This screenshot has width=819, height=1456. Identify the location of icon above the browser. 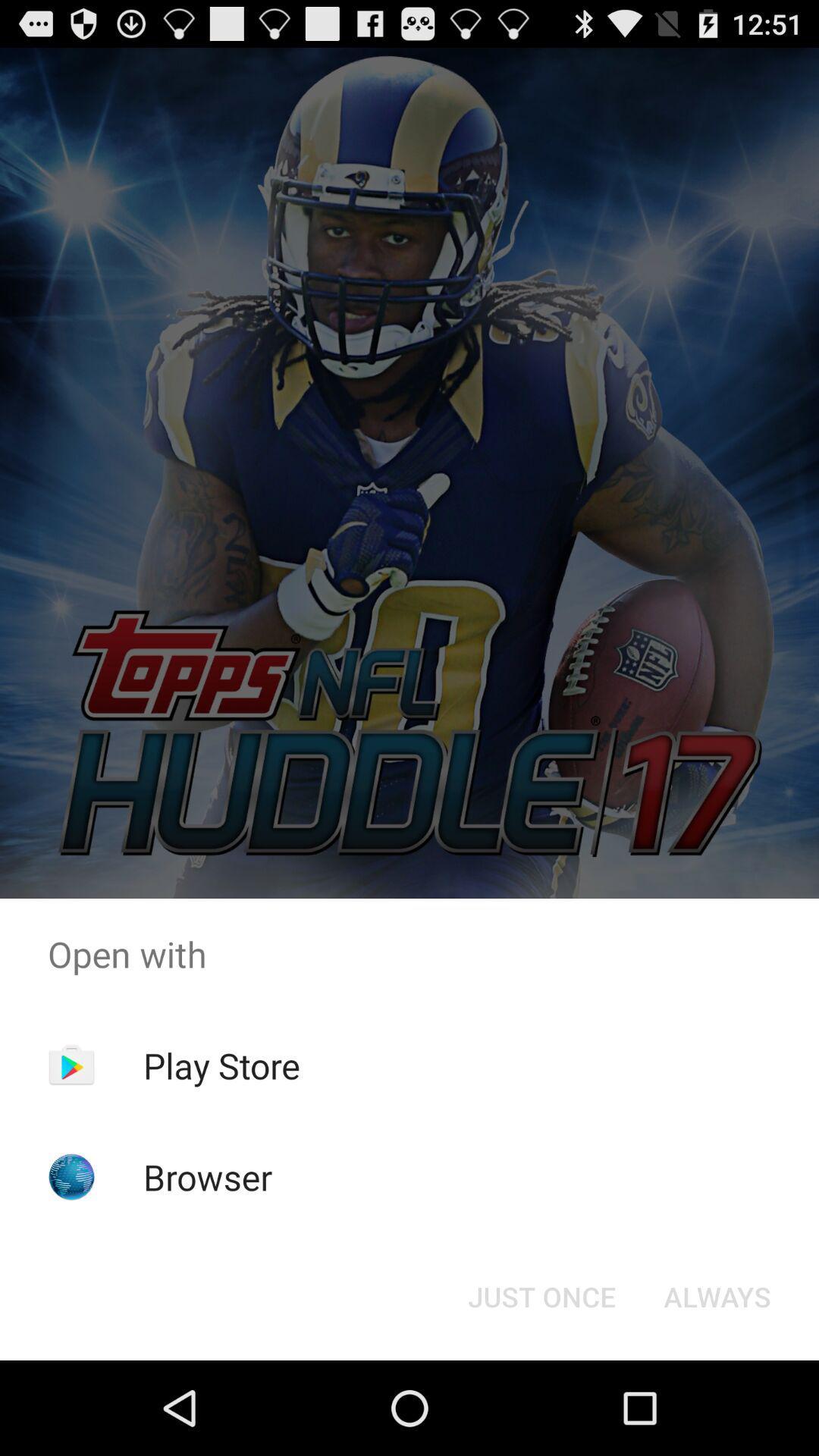
(221, 1065).